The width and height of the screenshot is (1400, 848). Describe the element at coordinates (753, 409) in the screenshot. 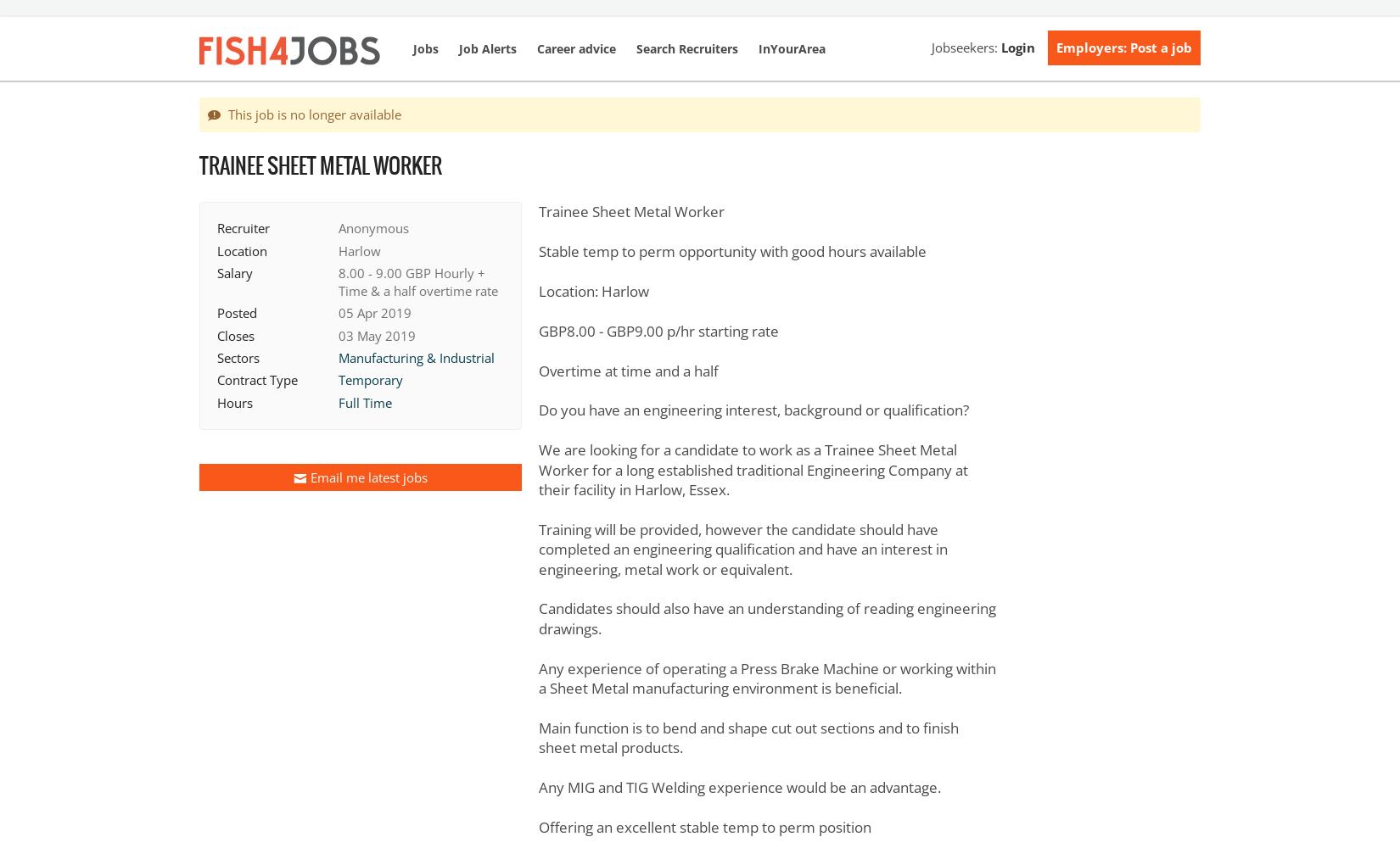

I see `'Do you have an engineering interest, background or qualification?'` at that location.